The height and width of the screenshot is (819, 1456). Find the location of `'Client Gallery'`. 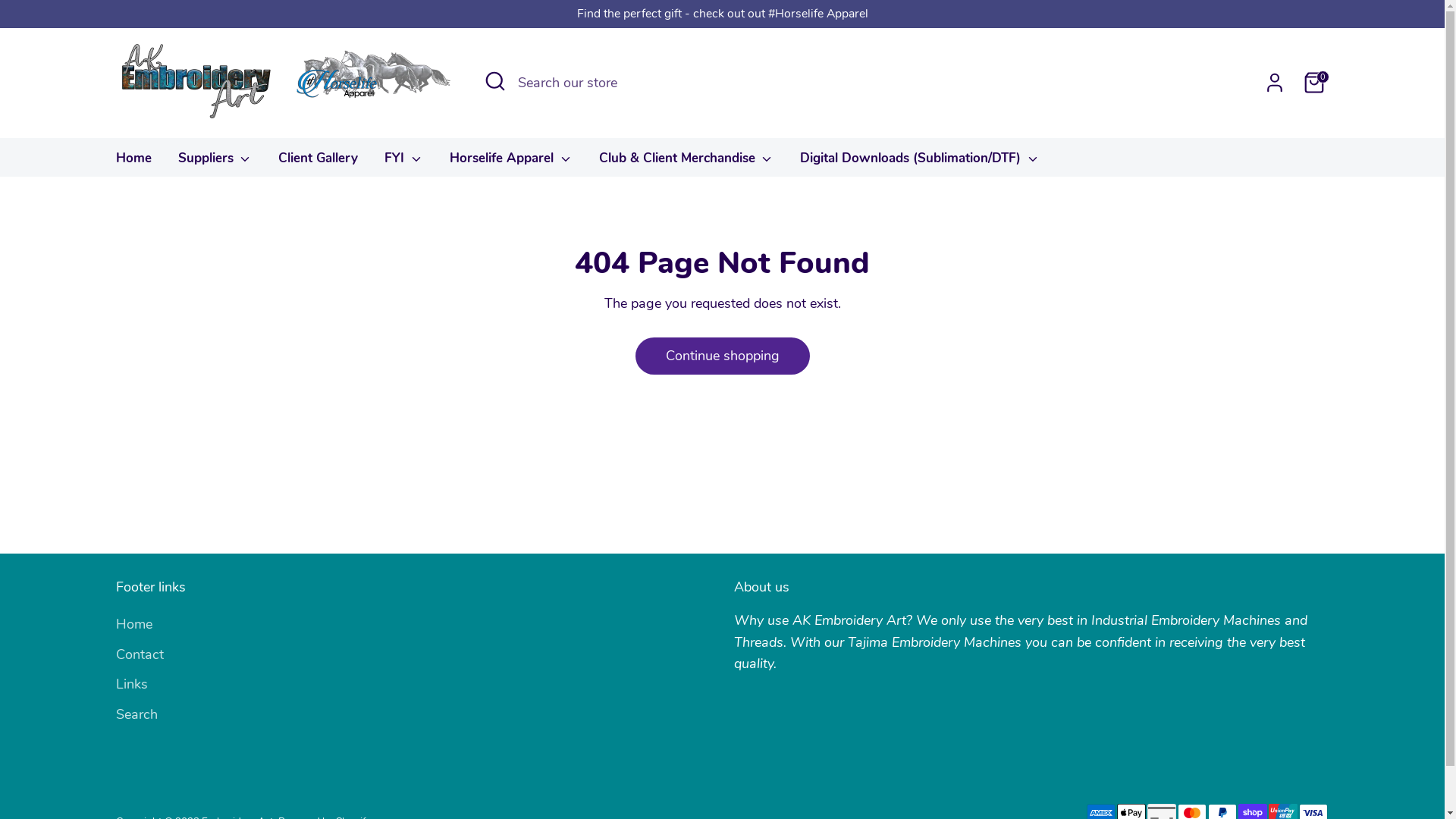

'Client Gallery' is located at coordinates (317, 163).